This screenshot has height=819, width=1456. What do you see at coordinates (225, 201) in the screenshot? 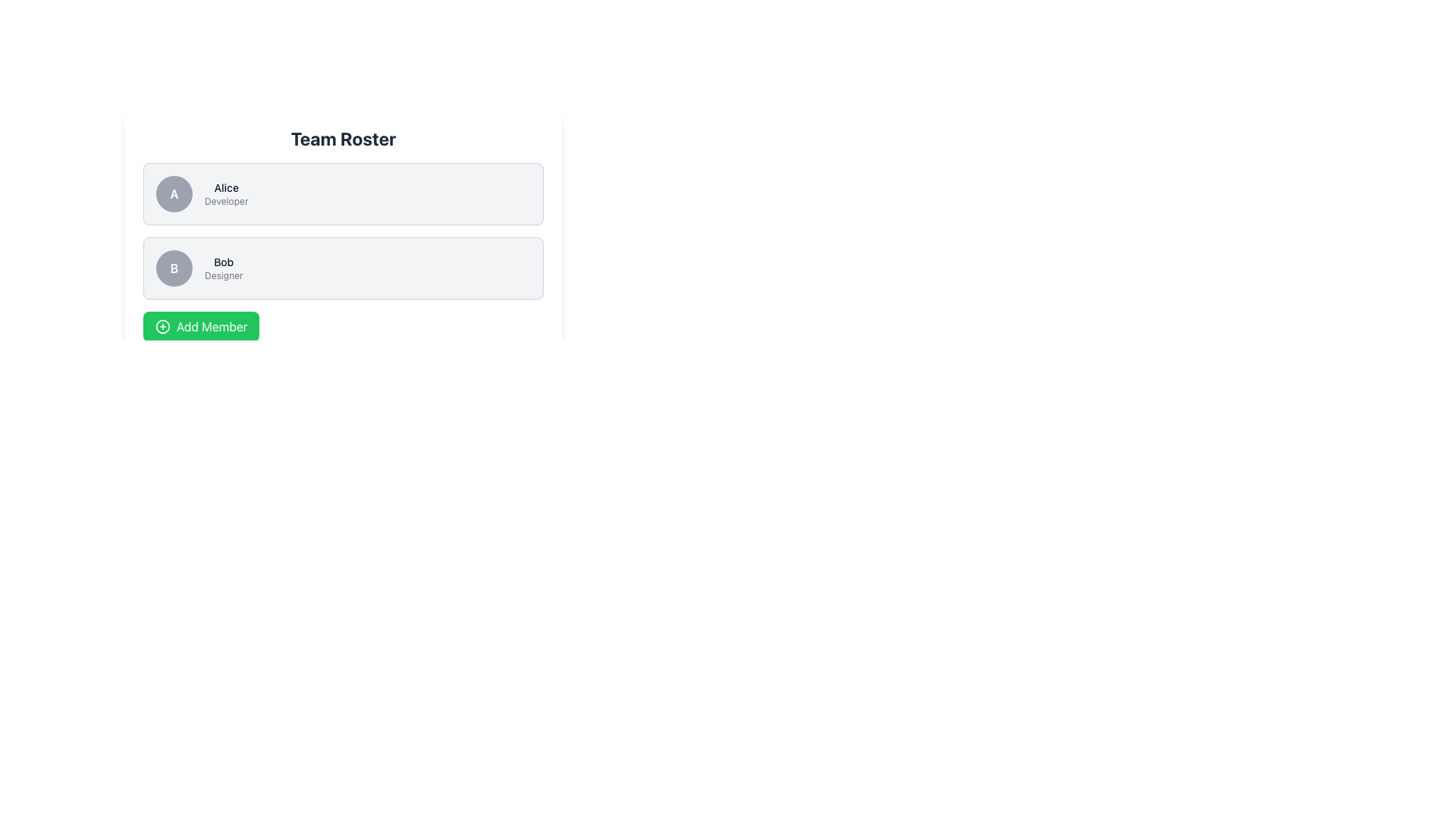
I see `the text label that displays 'Developer' beneath the name 'Alice' in a lighter gray font within her profile card` at bounding box center [225, 201].